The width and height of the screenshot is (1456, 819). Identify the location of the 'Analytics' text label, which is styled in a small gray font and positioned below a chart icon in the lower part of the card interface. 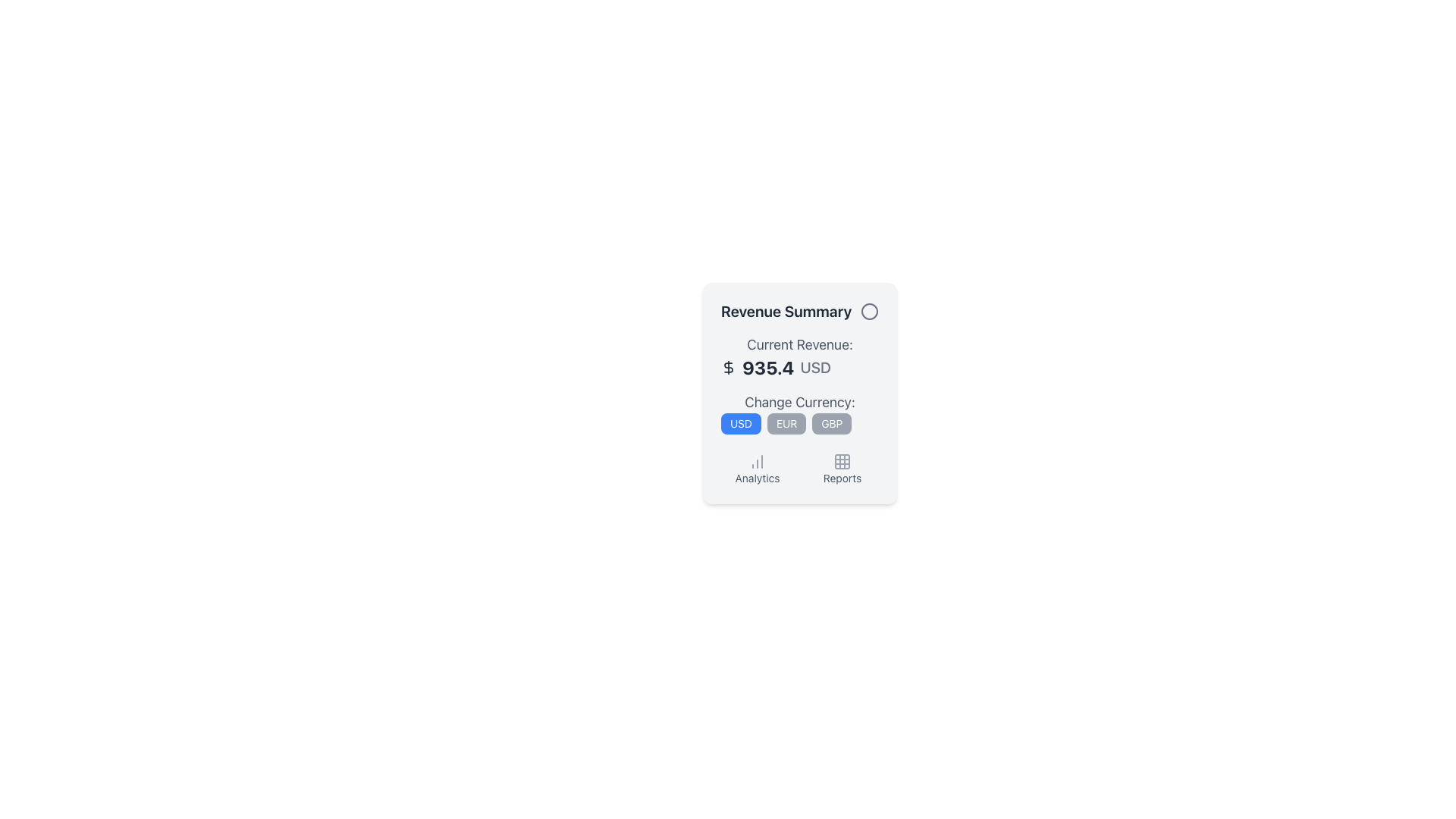
(757, 479).